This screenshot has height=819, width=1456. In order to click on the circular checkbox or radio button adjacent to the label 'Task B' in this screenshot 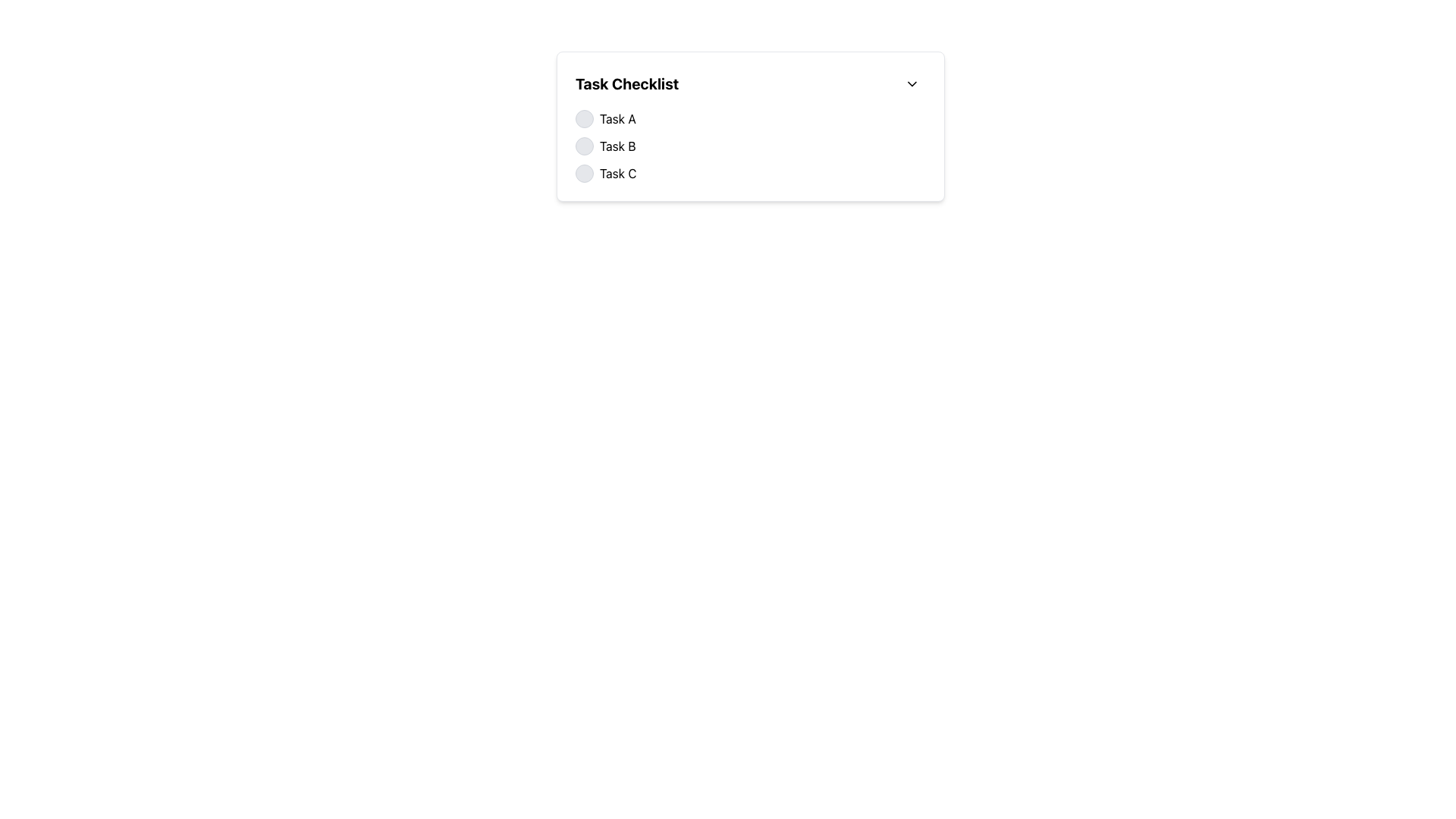, I will do `click(584, 146)`.